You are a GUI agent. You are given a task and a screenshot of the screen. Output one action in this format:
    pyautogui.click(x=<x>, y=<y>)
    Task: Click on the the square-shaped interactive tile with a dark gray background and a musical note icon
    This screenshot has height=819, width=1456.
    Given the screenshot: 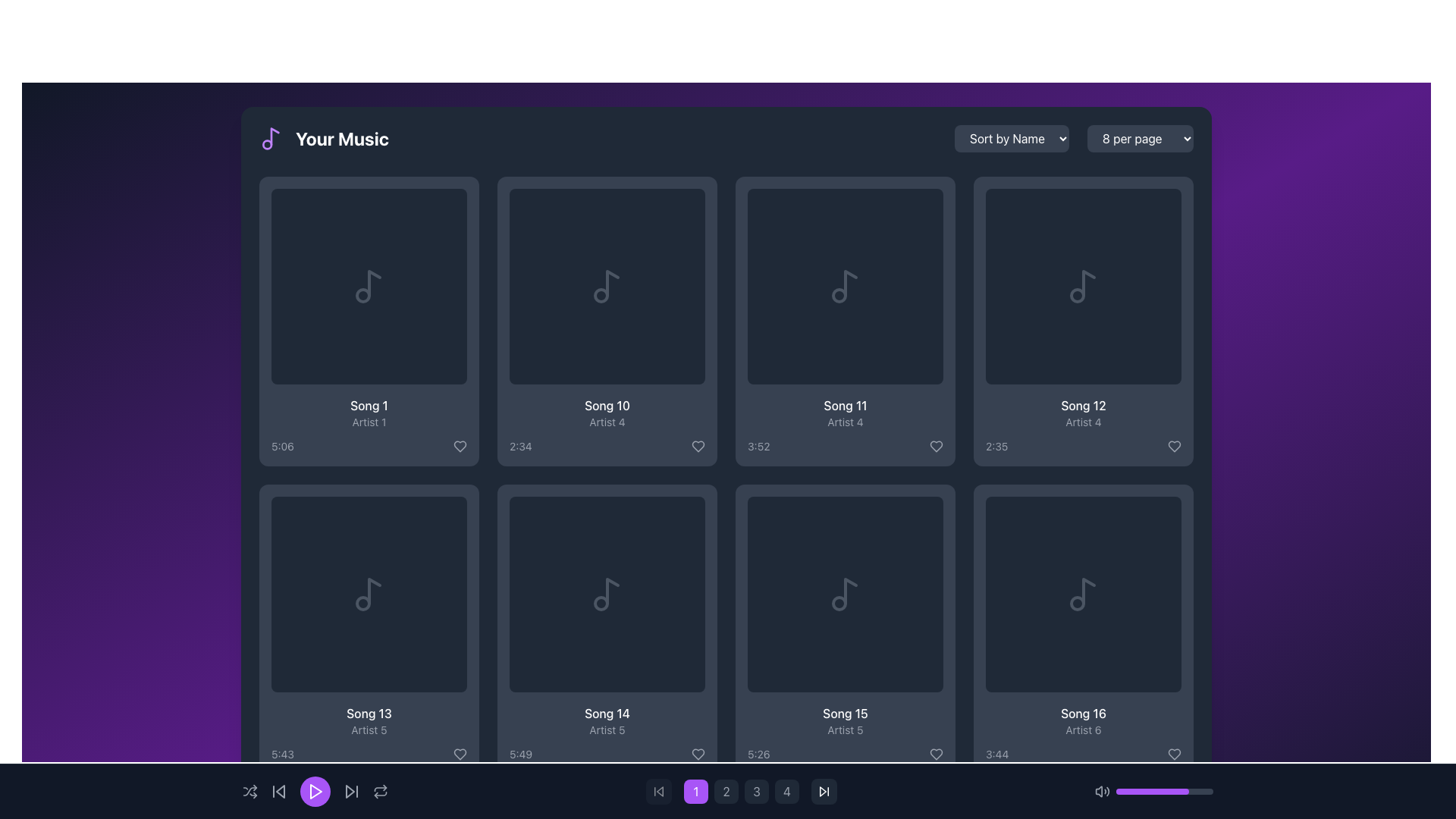 What is the action you would take?
    pyautogui.click(x=1083, y=287)
    